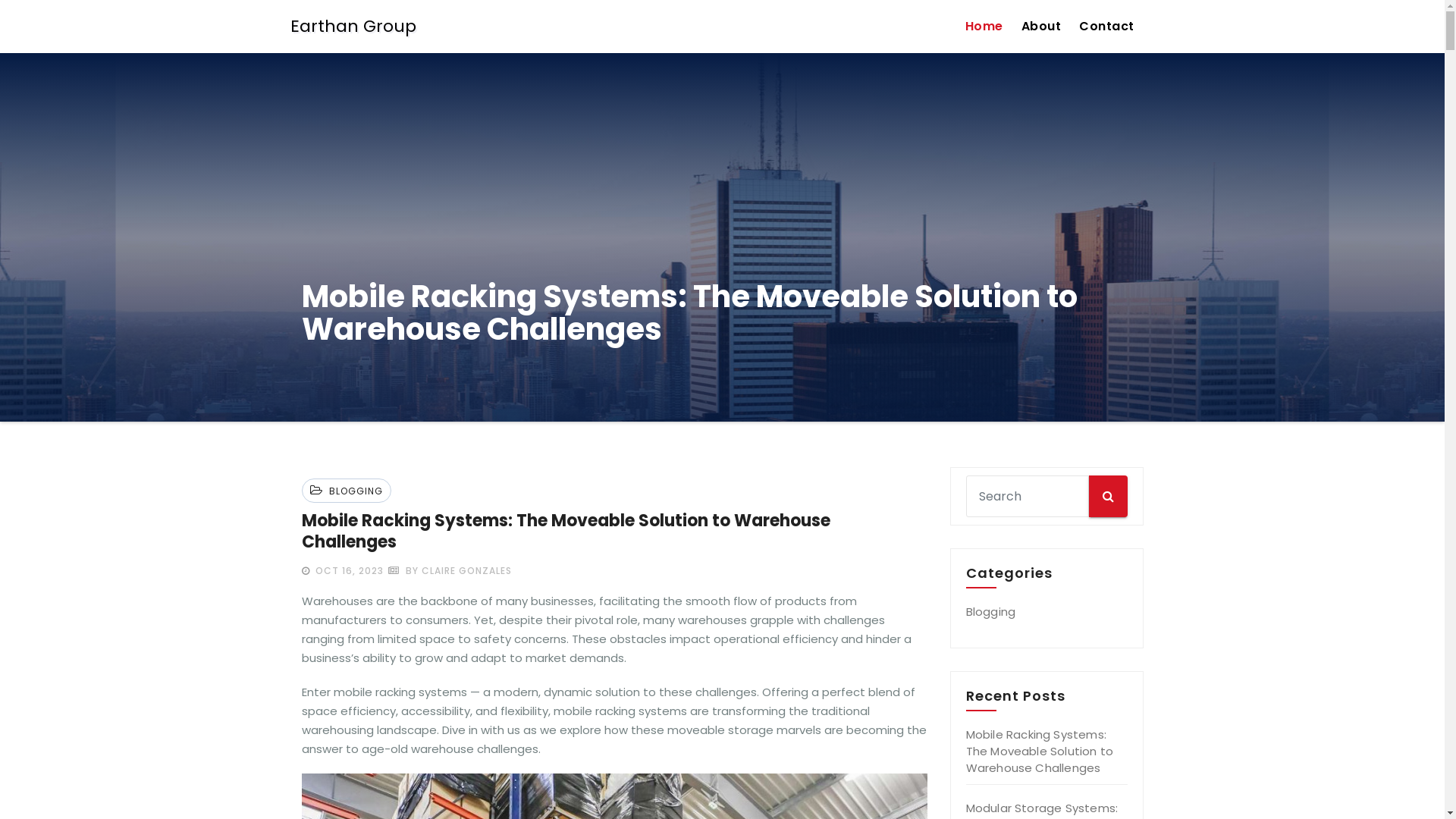  Describe the element at coordinates (1106, 26) in the screenshot. I see `'Contact'` at that location.